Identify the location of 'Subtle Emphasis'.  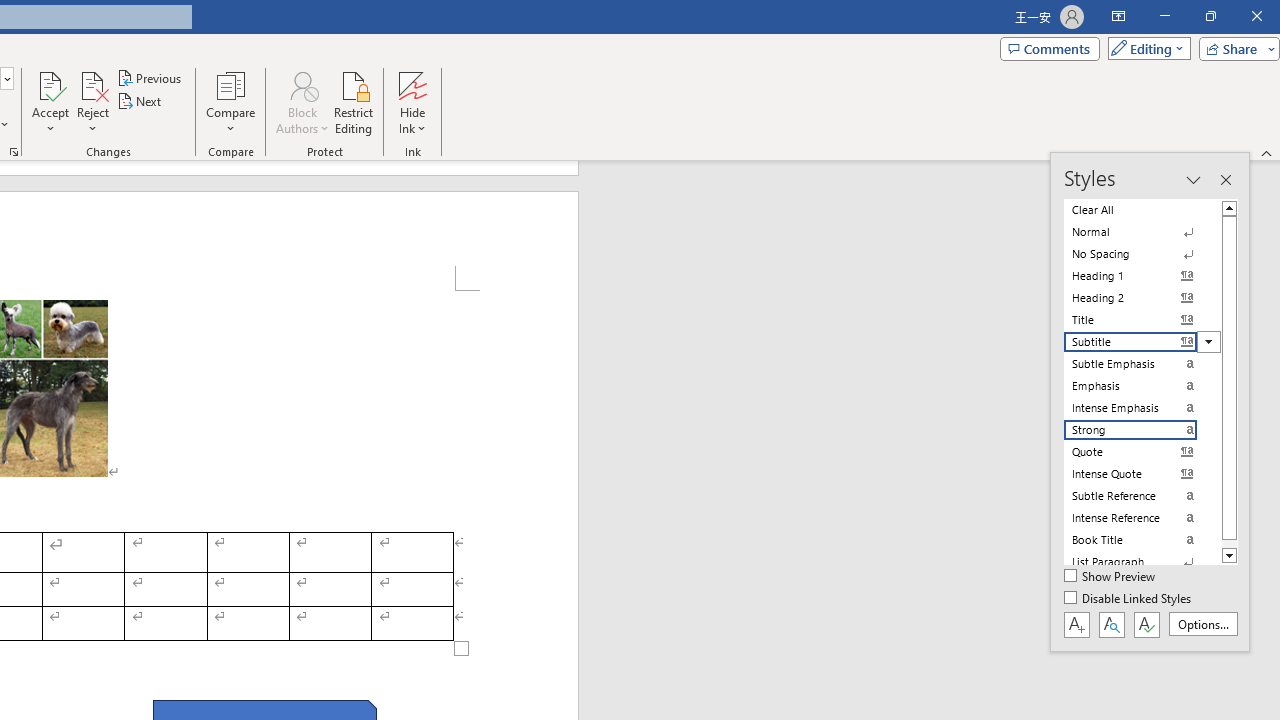
(1142, 363).